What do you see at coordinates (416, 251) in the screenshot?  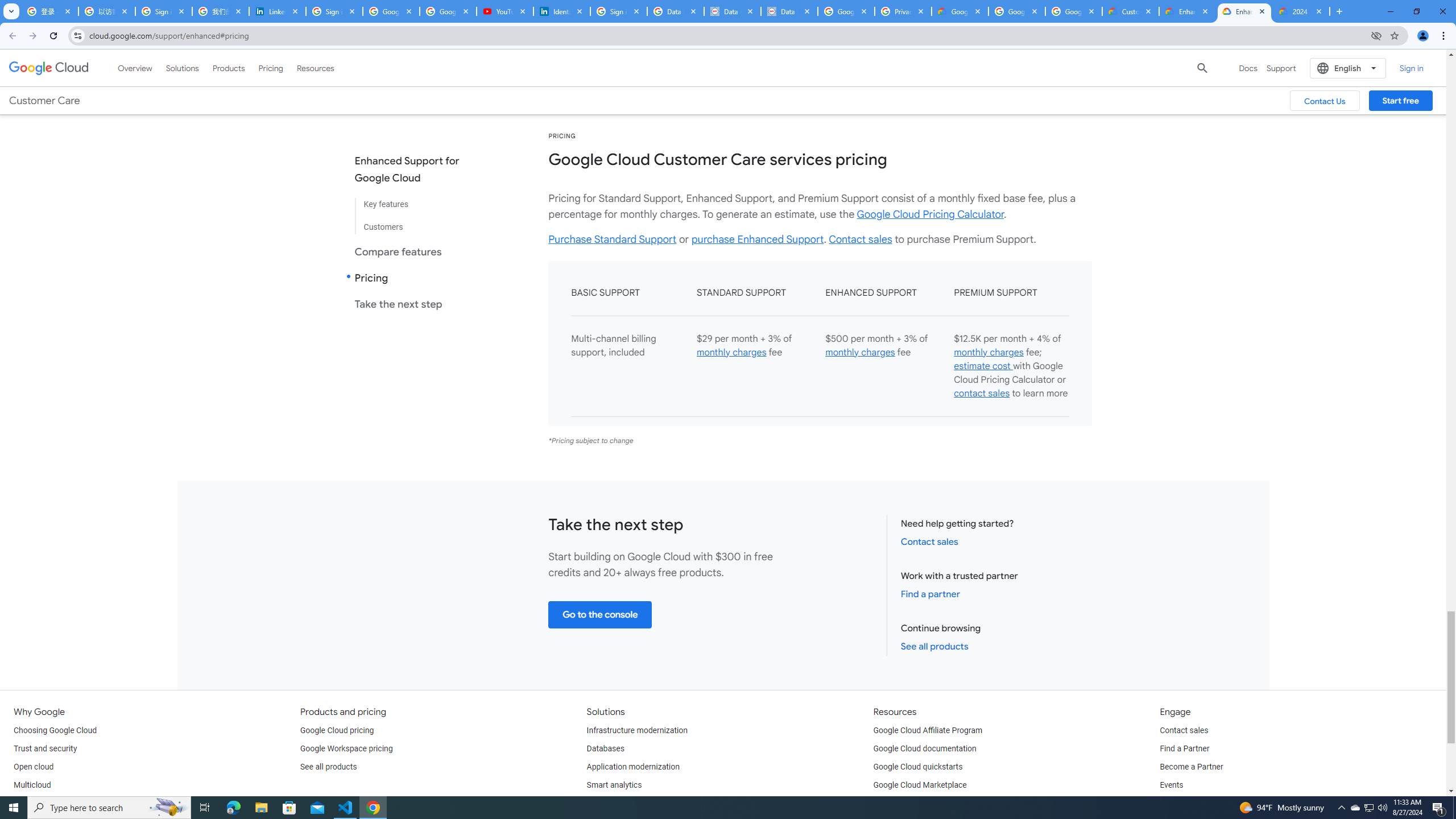 I see `'Compare features'` at bounding box center [416, 251].